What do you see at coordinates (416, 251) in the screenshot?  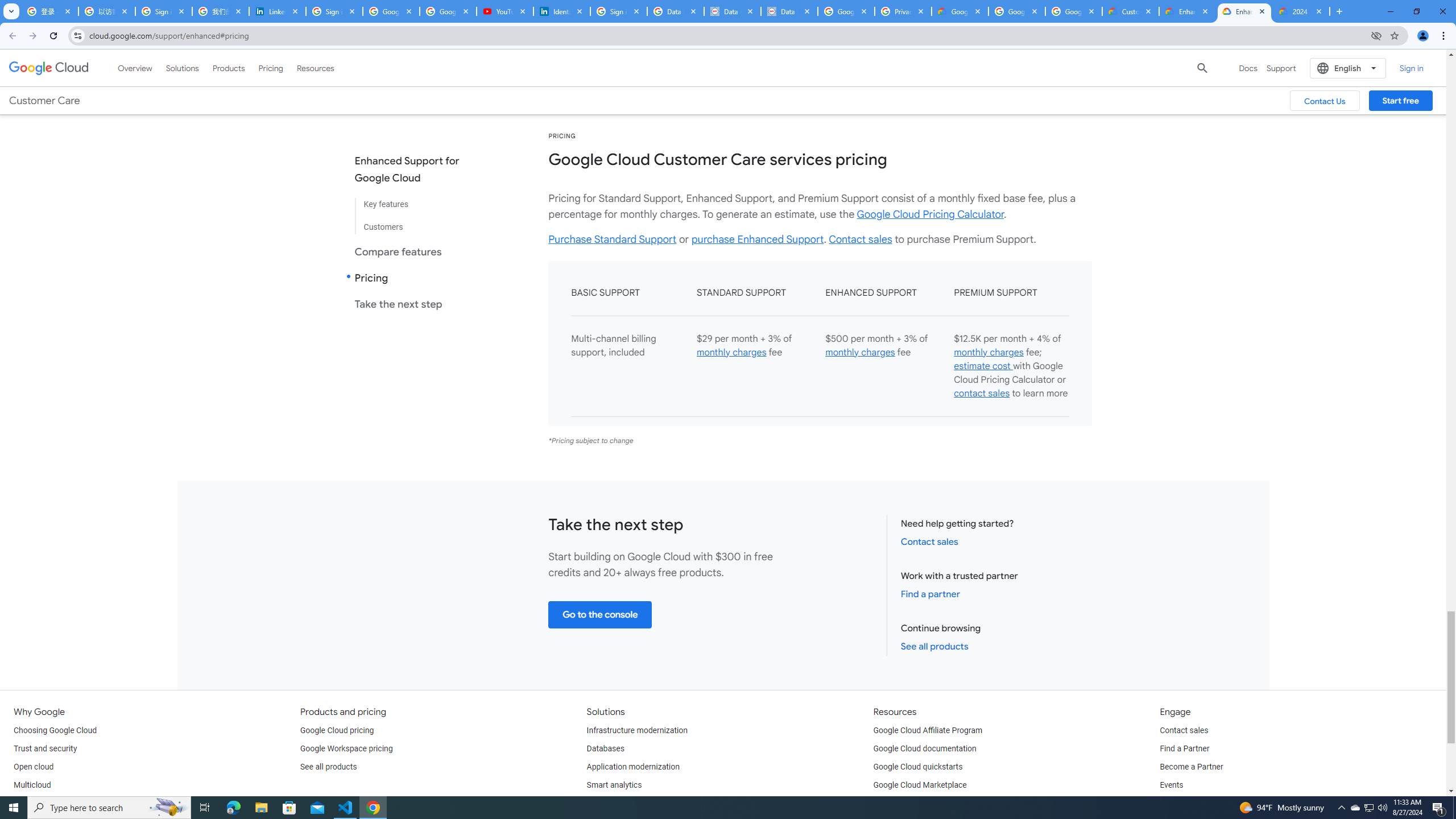 I see `'Compare features'` at bounding box center [416, 251].